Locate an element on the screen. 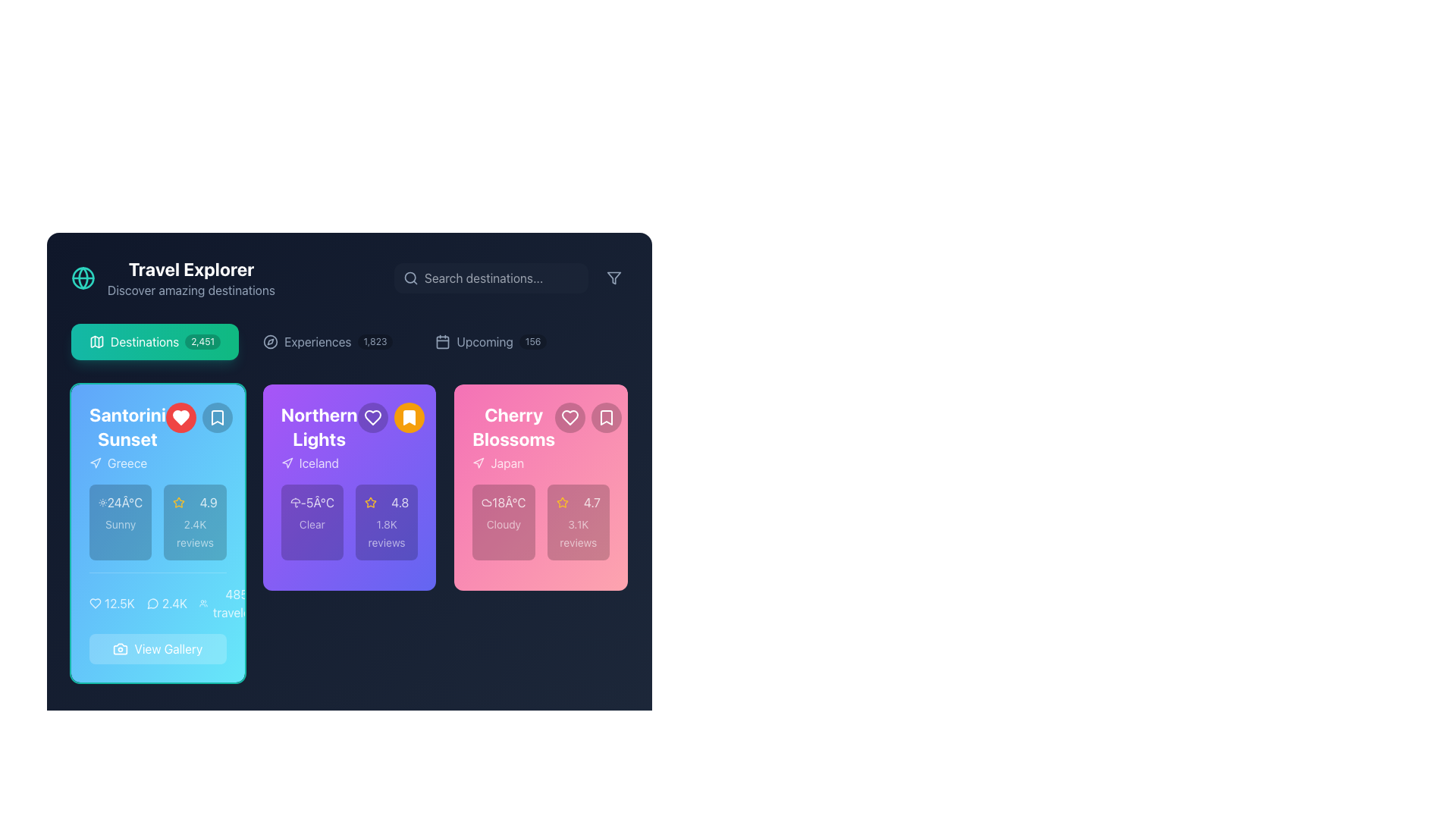  the 'Destinations' button is located at coordinates (155, 342).